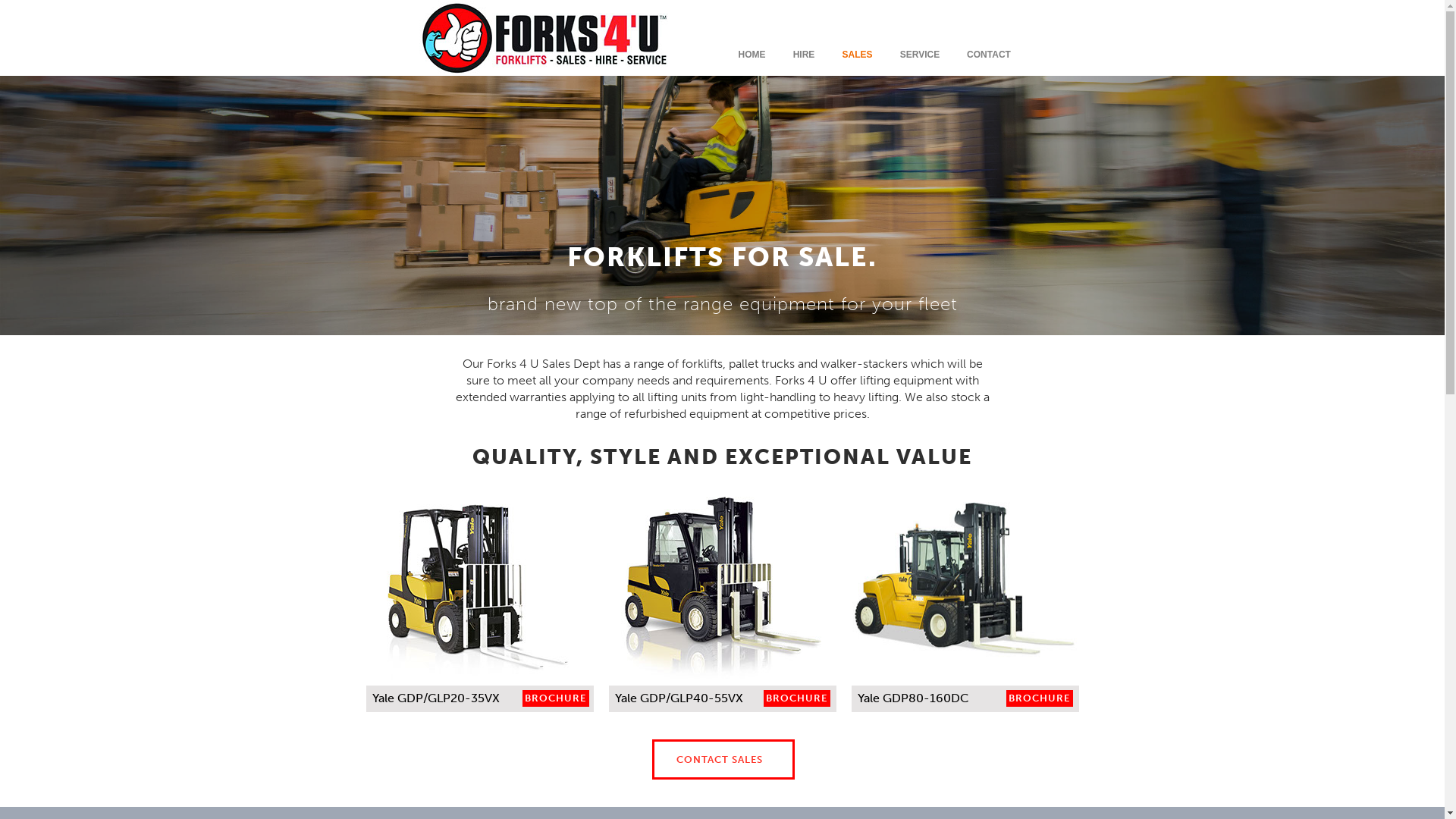 This screenshot has height=819, width=1456. I want to click on 'SERVICE', so click(915, 54).